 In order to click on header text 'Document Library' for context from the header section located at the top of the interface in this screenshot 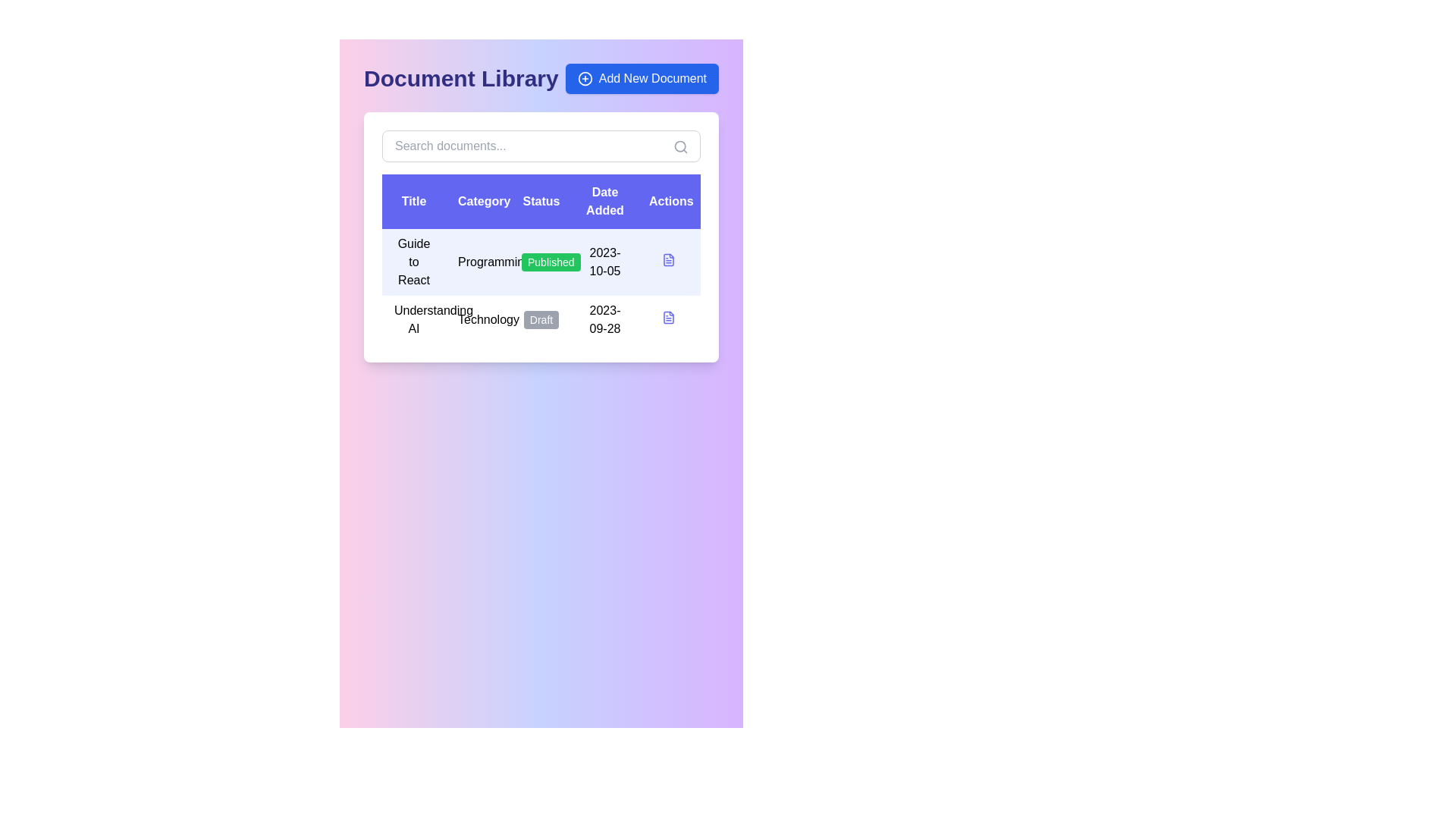, I will do `click(541, 79)`.